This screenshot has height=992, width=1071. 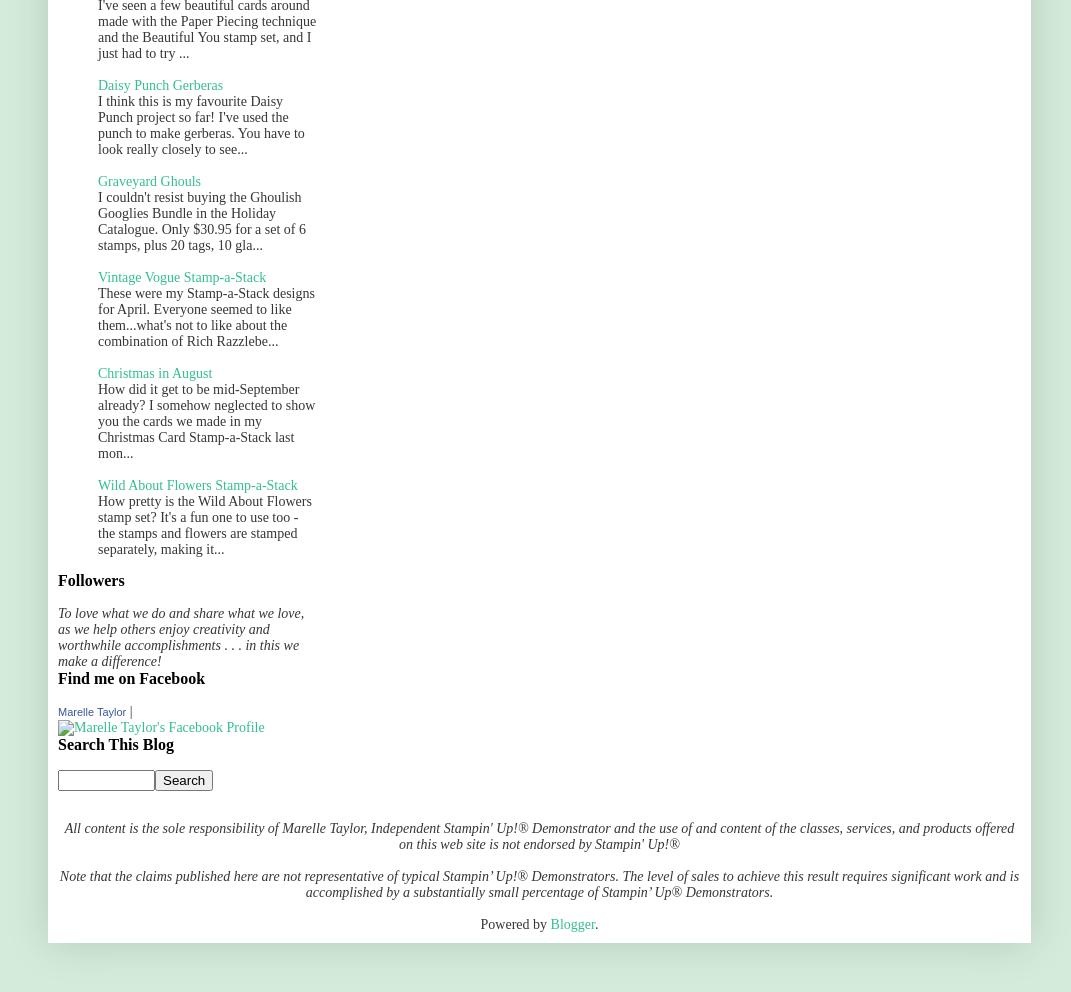 I want to click on 'How pretty is the Wild About Flowers  stamp set? It's a fun one to use too - the stamps and flowers are stamped separately, making it...', so click(x=203, y=524).